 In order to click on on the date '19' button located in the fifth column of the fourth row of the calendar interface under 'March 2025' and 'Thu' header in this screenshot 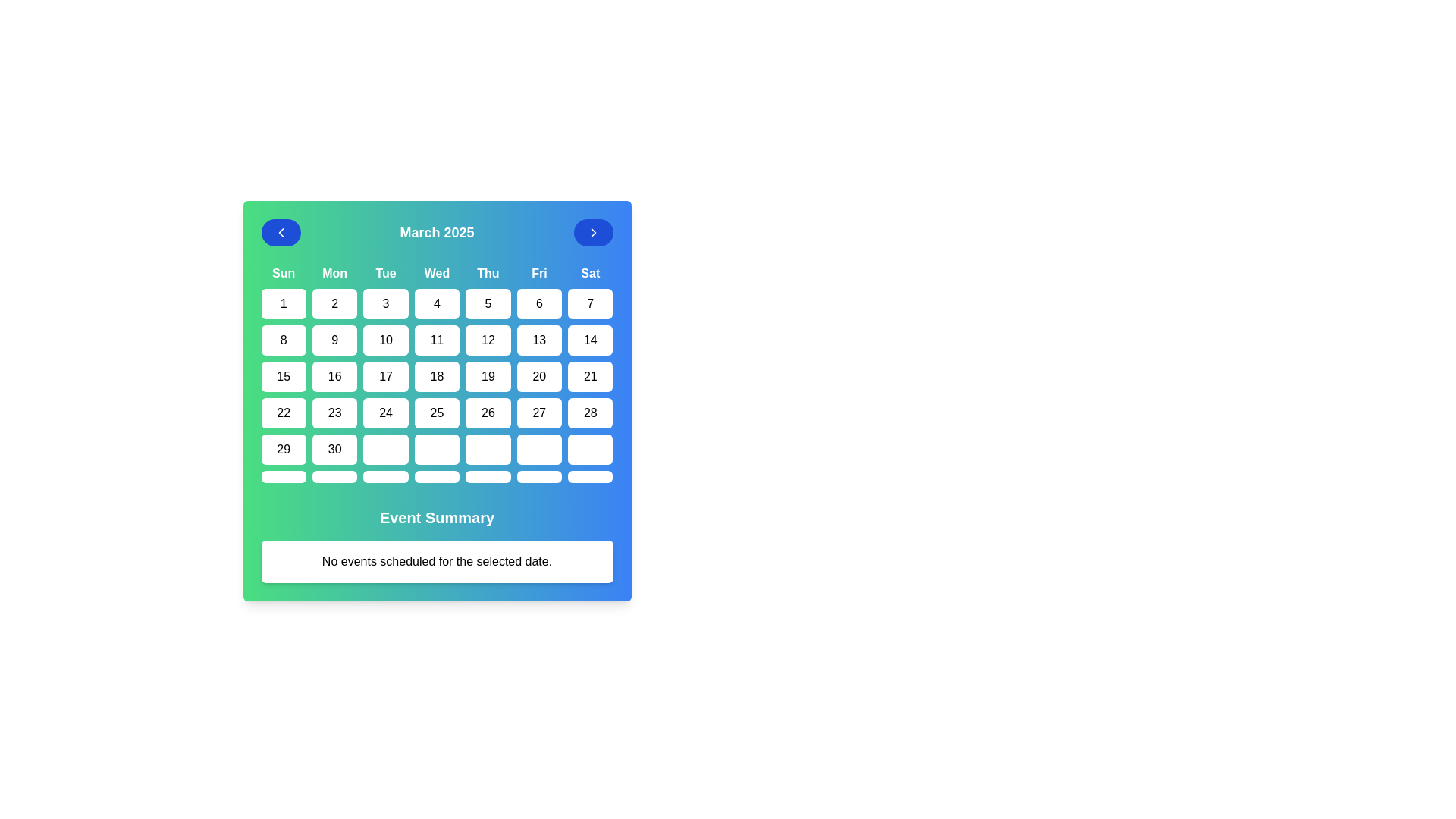, I will do `click(488, 376)`.